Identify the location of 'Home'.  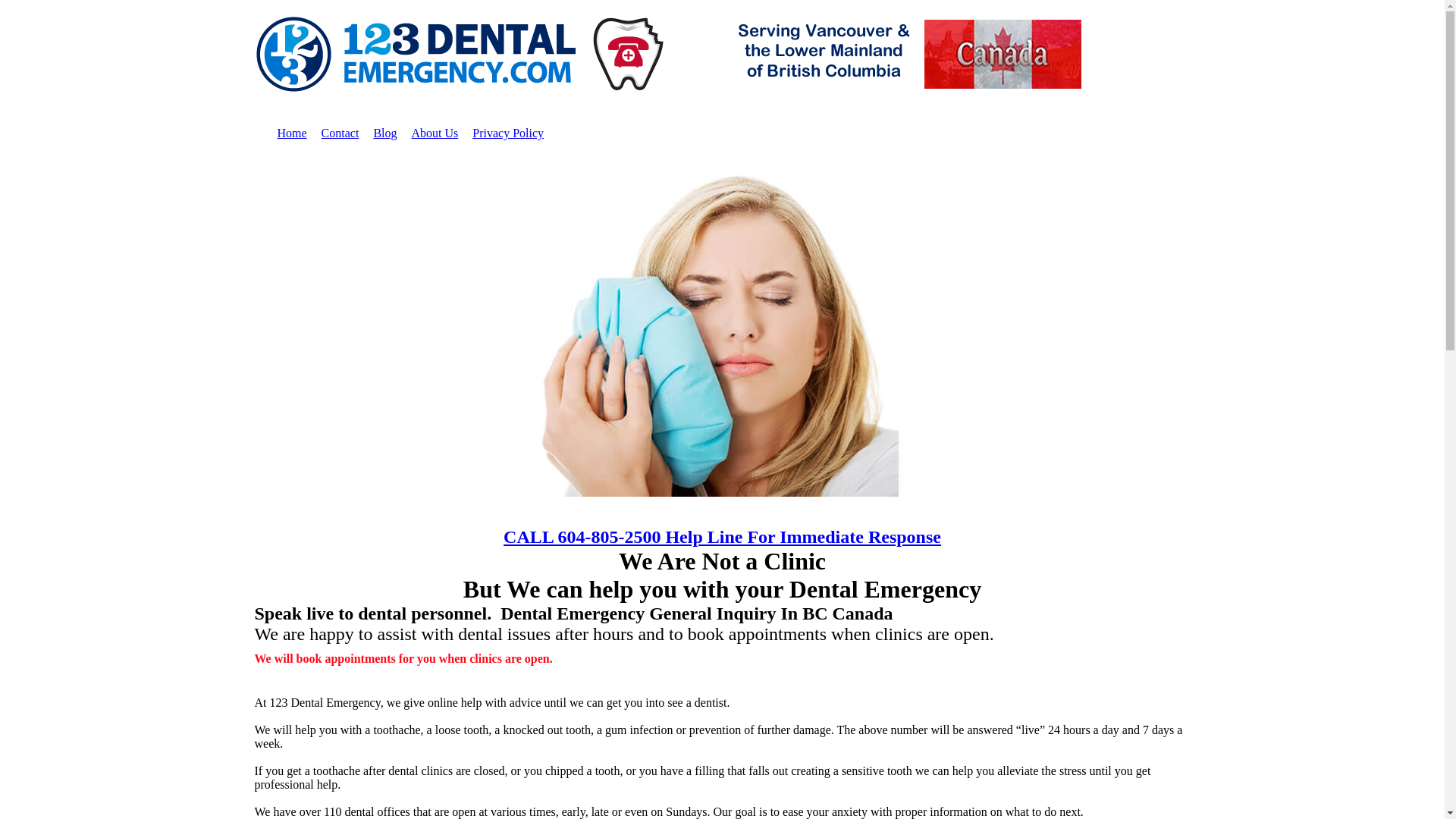
(292, 132).